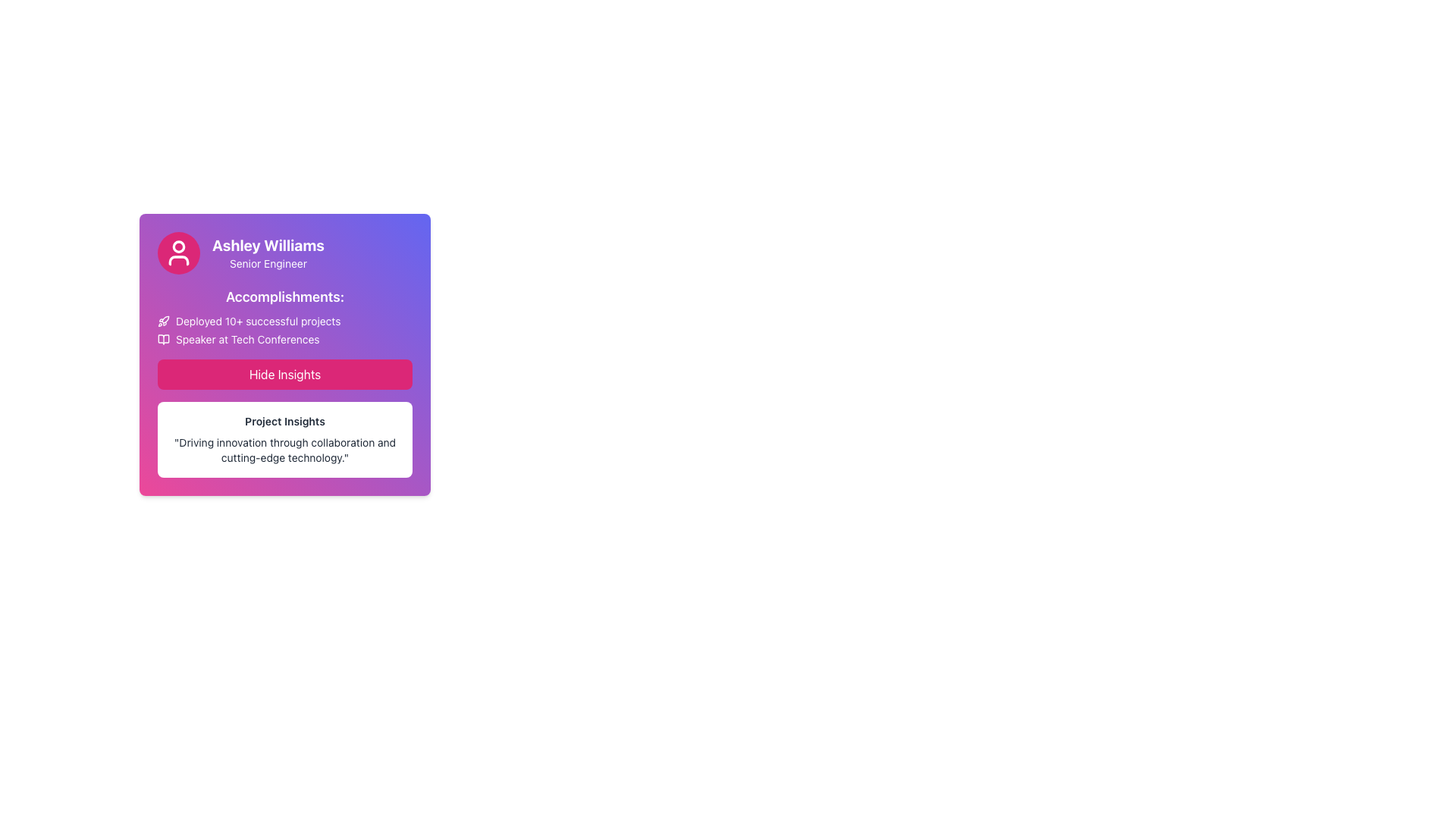  I want to click on the content display section that shows accomplishments for Ashley Williams, located below the name and title and above the 'Hide Insights' button, so click(284, 315).